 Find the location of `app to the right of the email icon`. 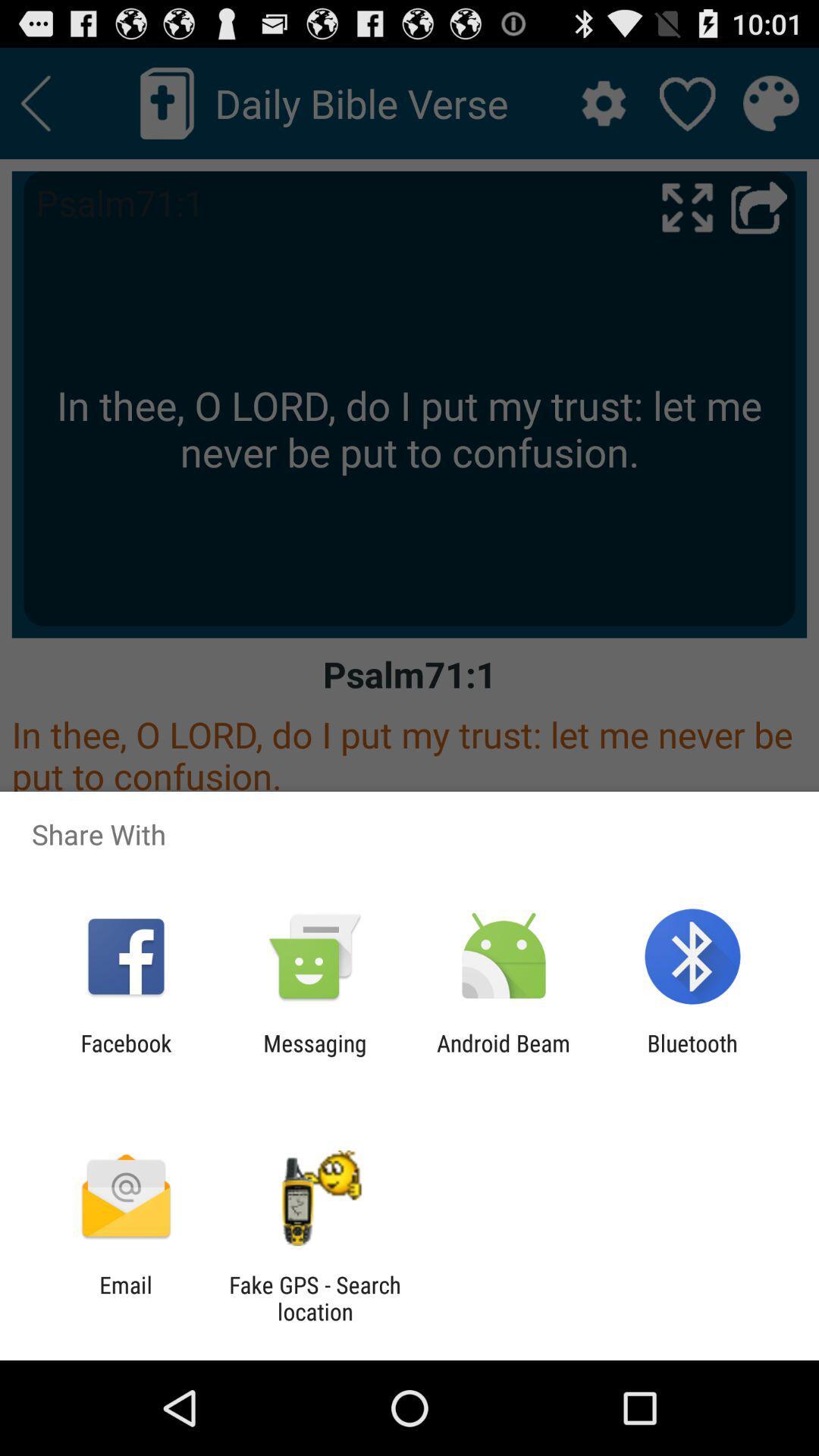

app to the right of the email icon is located at coordinates (314, 1298).